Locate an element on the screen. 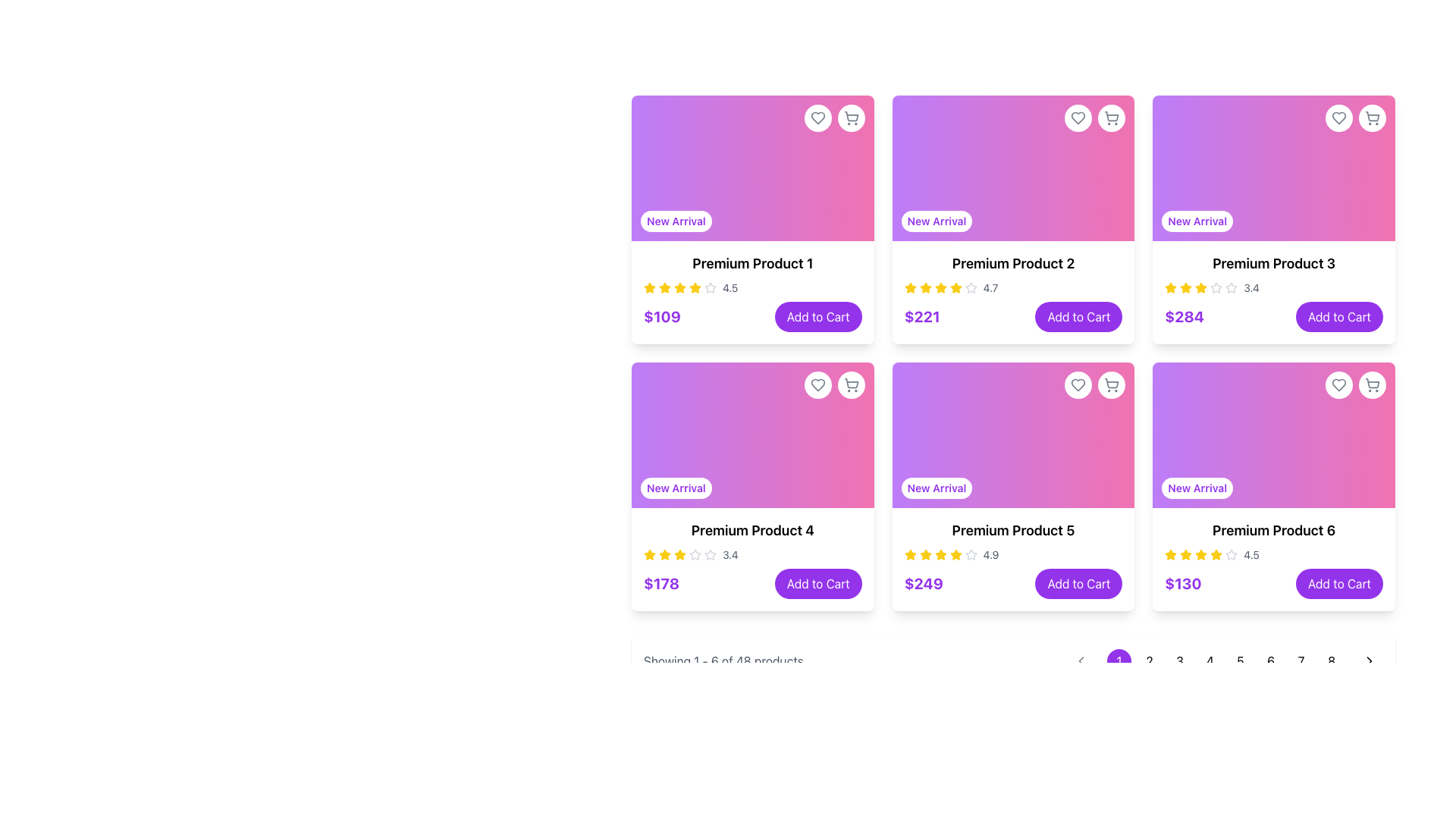 The height and width of the screenshot is (819, 1456). the rating display consisting of five stars, where four stars are filled yellow and one is gray, located in the bottom section of the card for 'Premium Product 6' is located at coordinates (1274, 555).